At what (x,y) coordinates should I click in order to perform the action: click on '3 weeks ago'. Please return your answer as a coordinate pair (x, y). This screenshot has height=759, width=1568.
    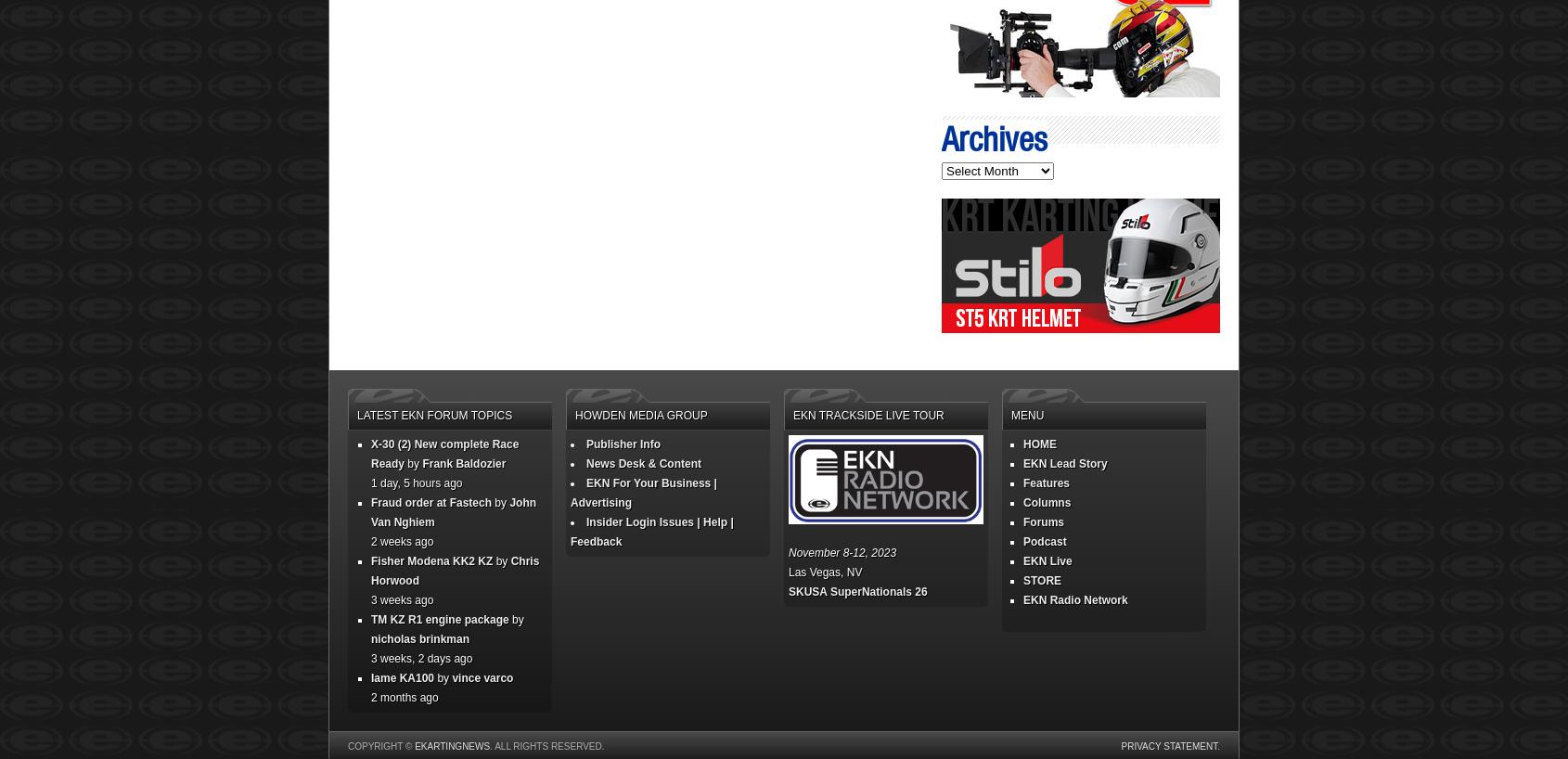
    Looking at the image, I should click on (402, 600).